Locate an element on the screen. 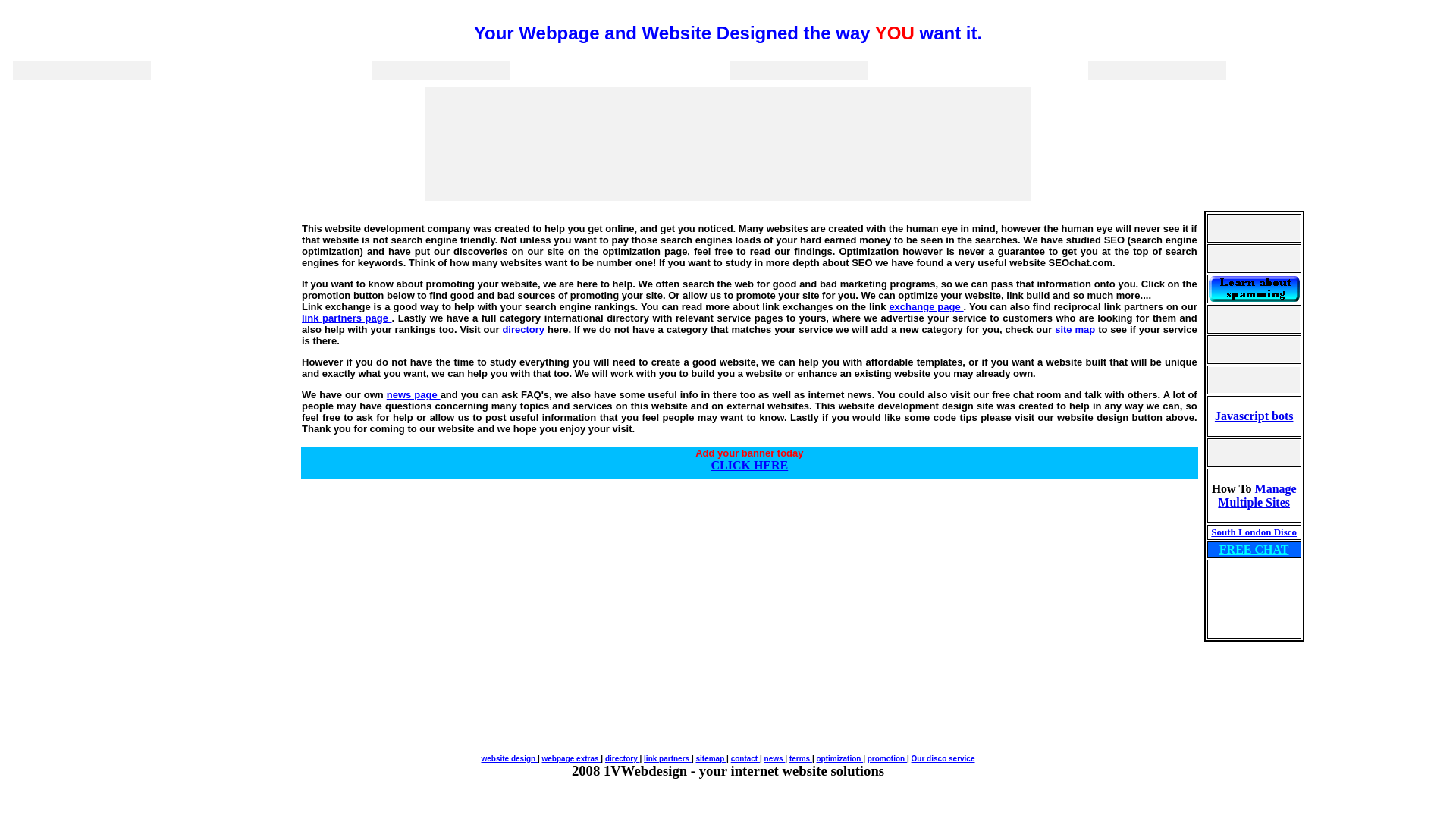 This screenshot has width=1456, height=819. 'Our disco service' is located at coordinates (942, 758).